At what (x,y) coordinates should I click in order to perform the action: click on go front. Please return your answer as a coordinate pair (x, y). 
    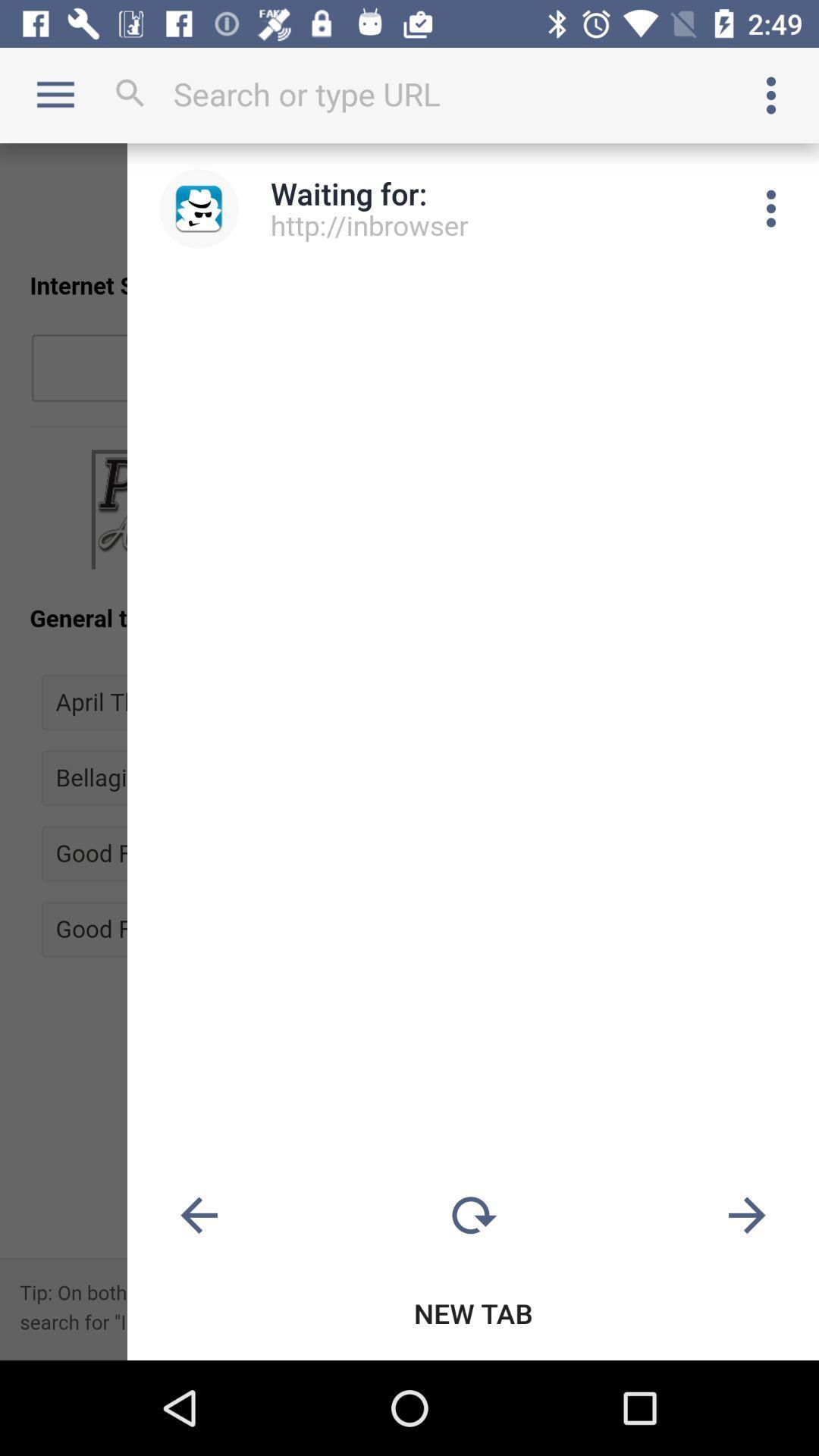
    Looking at the image, I should click on (746, 1216).